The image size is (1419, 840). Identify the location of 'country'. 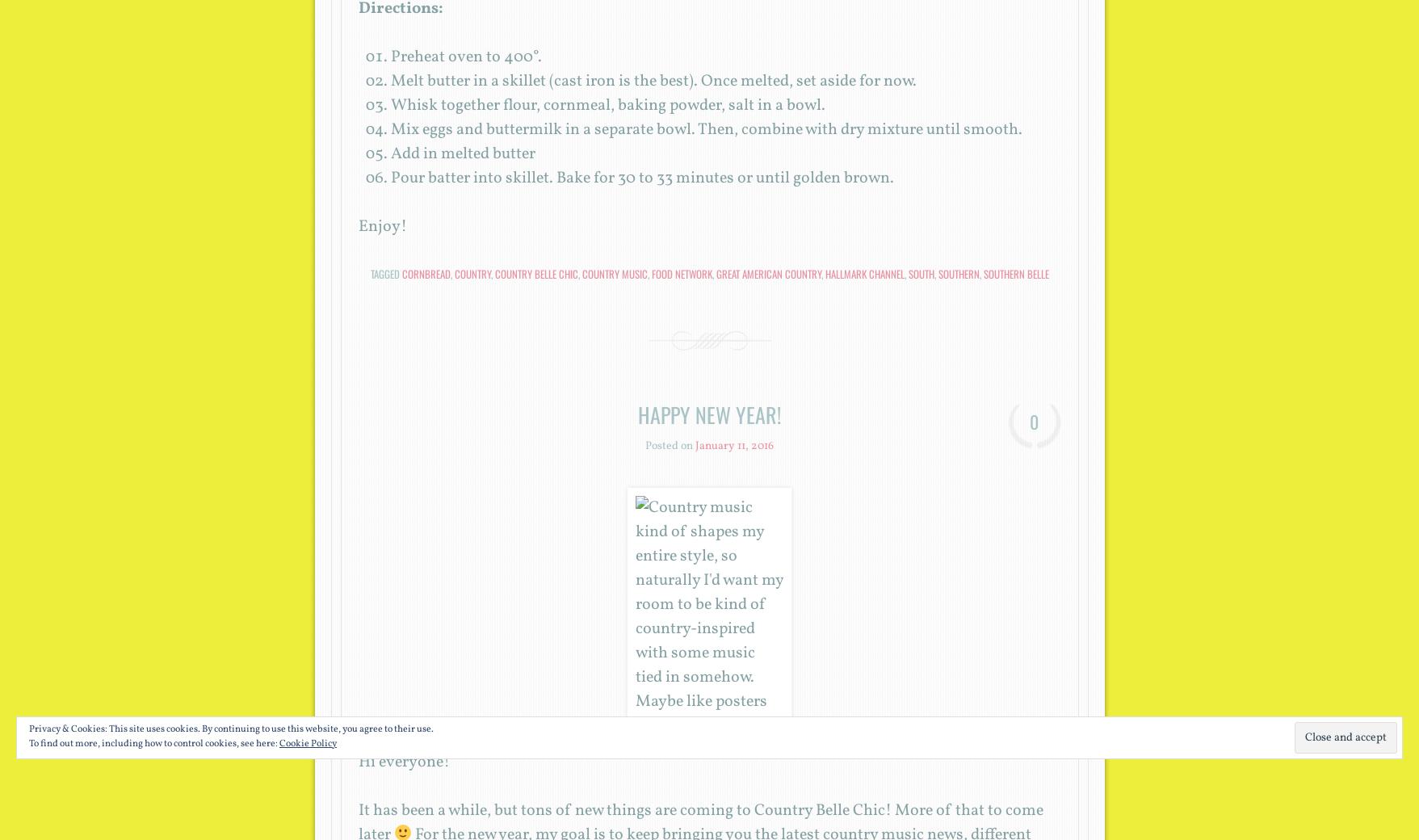
(454, 273).